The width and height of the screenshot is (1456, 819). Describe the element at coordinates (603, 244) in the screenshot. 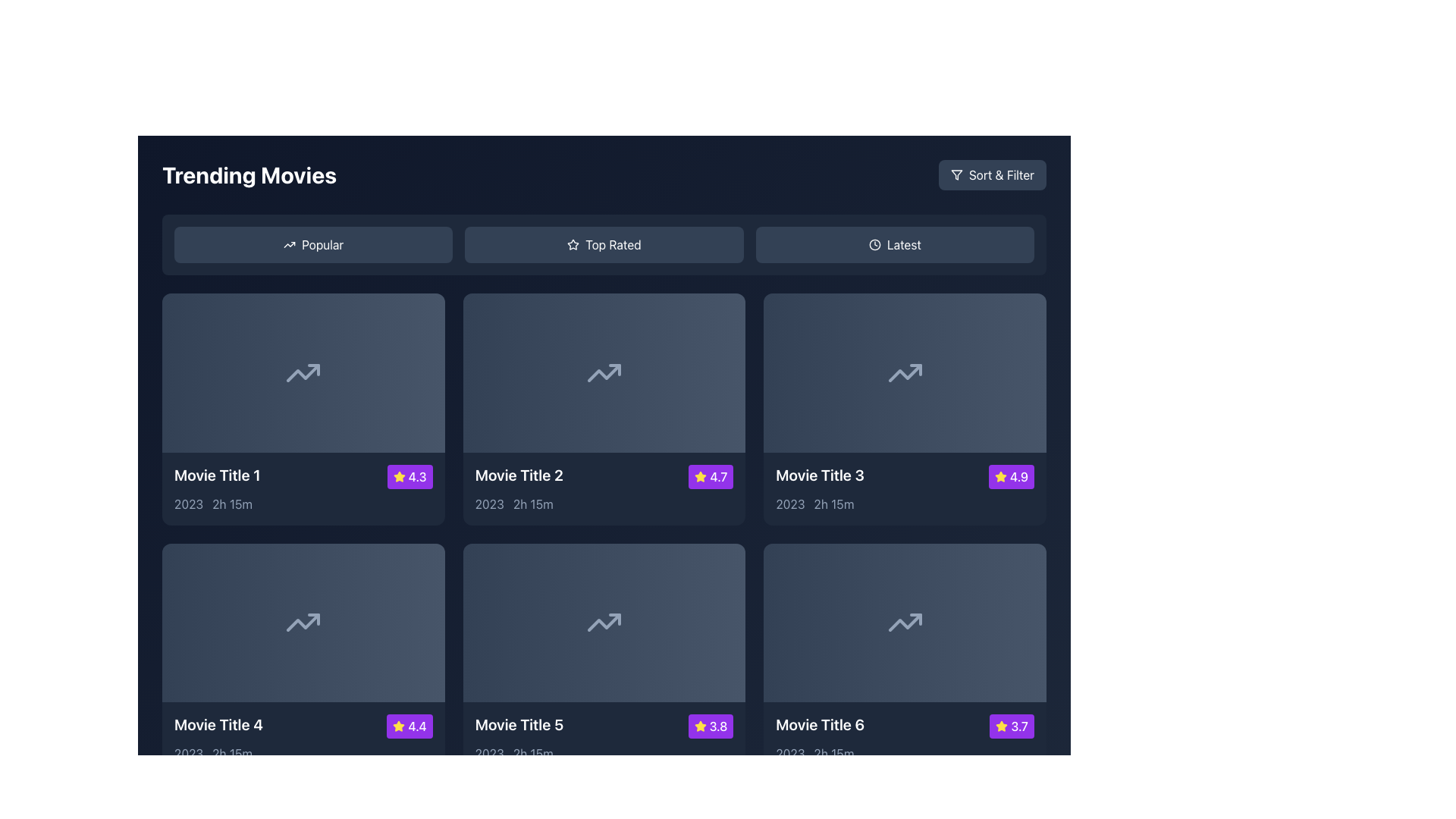

I see `the second button in the 'Trending Movies' section` at that location.